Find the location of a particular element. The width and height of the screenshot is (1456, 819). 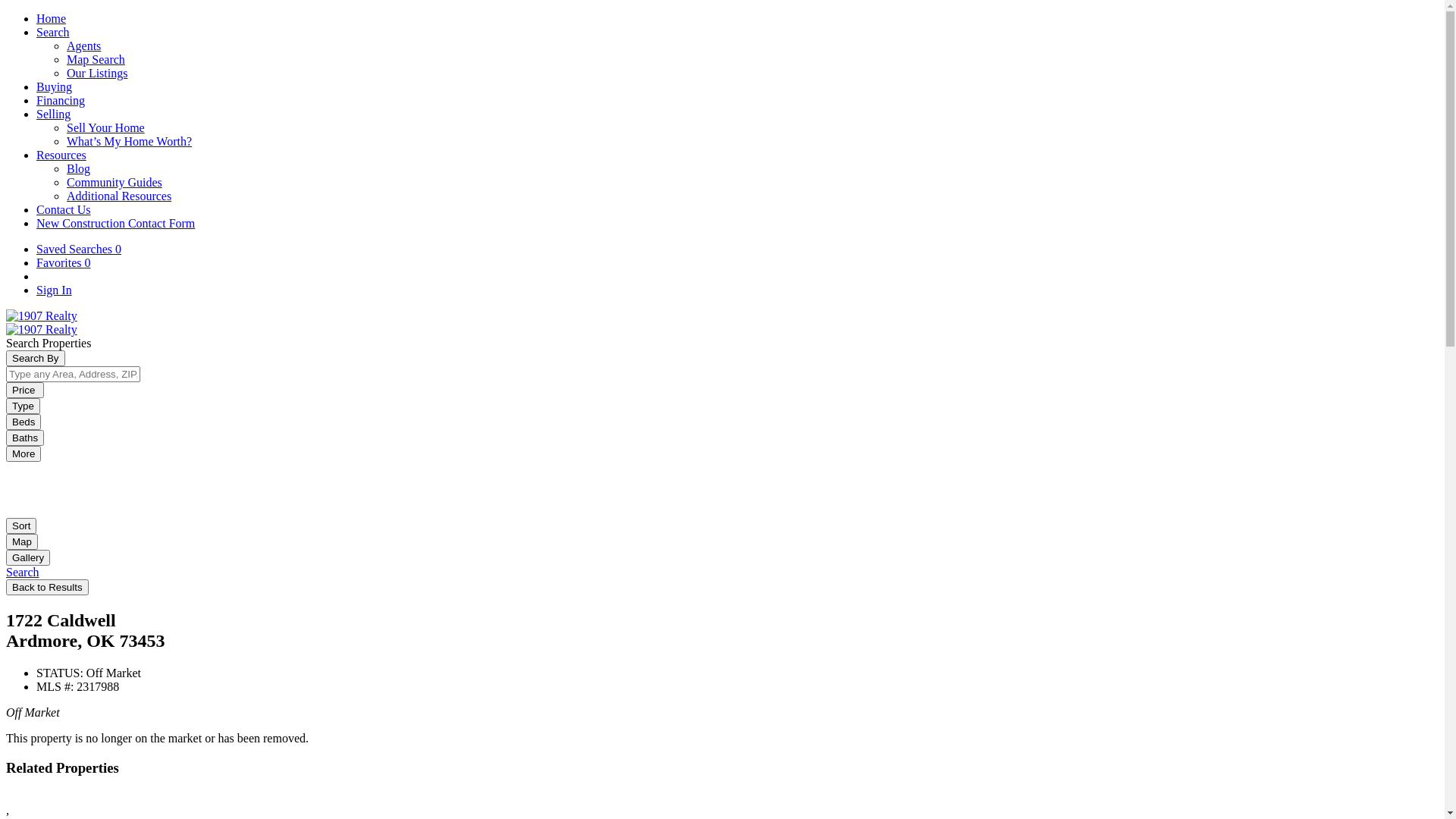

'Map' is located at coordinates (21, 540).